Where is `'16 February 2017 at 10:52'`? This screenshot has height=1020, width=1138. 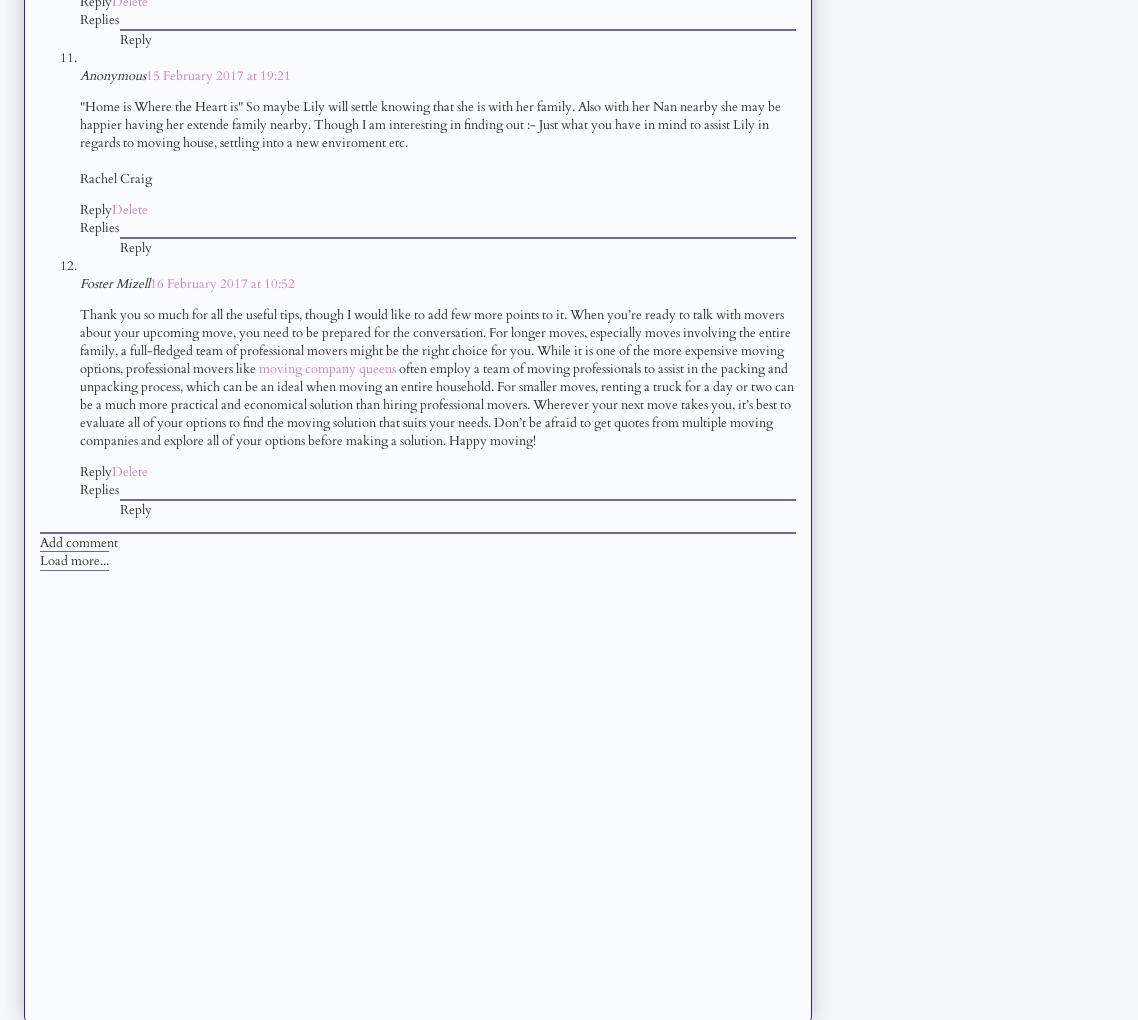
'16 February 2017 at 10:52' is located at coordinates (221, 282).